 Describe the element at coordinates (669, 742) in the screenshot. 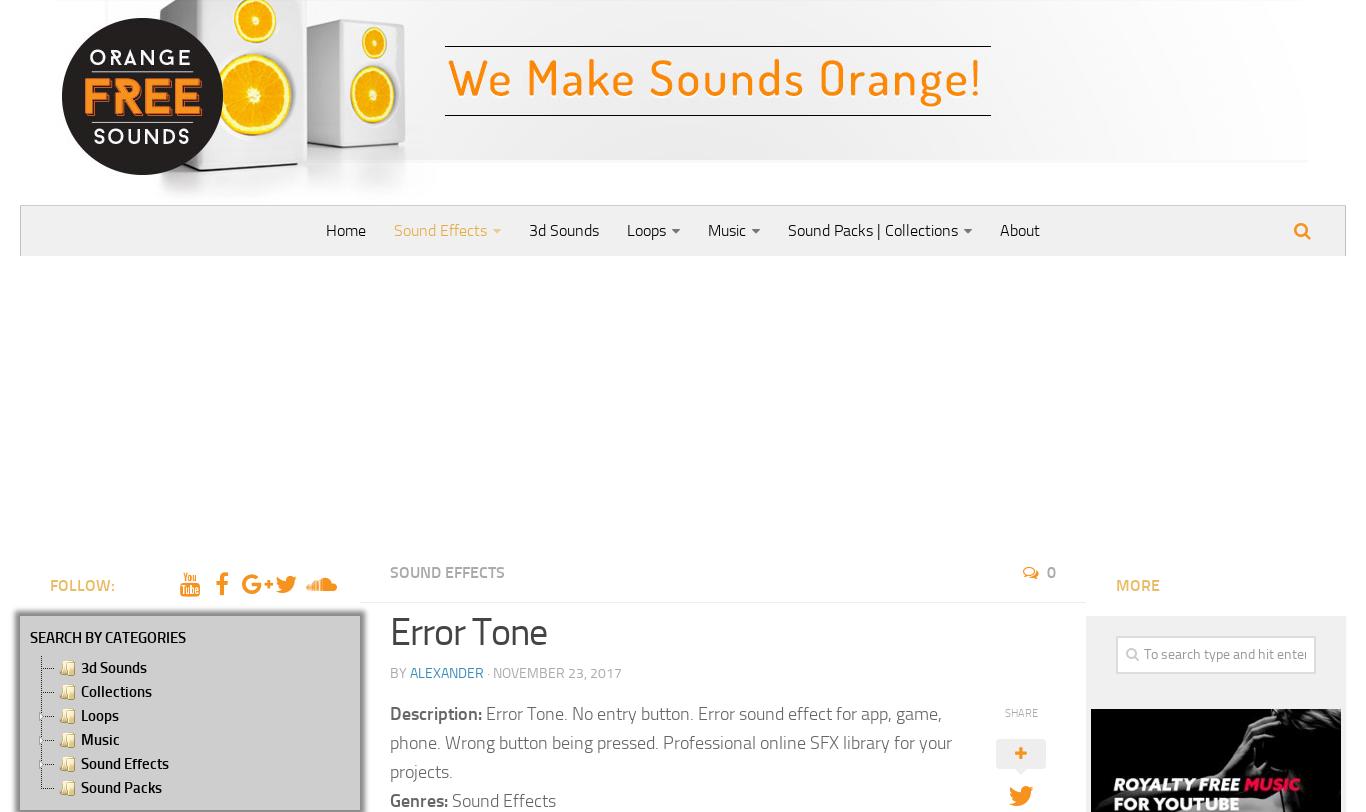

I see `'Error Tone. No entry button. Error sound effect for app, game, phone. Wrong button being pressed. Professional online SFX library for your projects.'` at that location.